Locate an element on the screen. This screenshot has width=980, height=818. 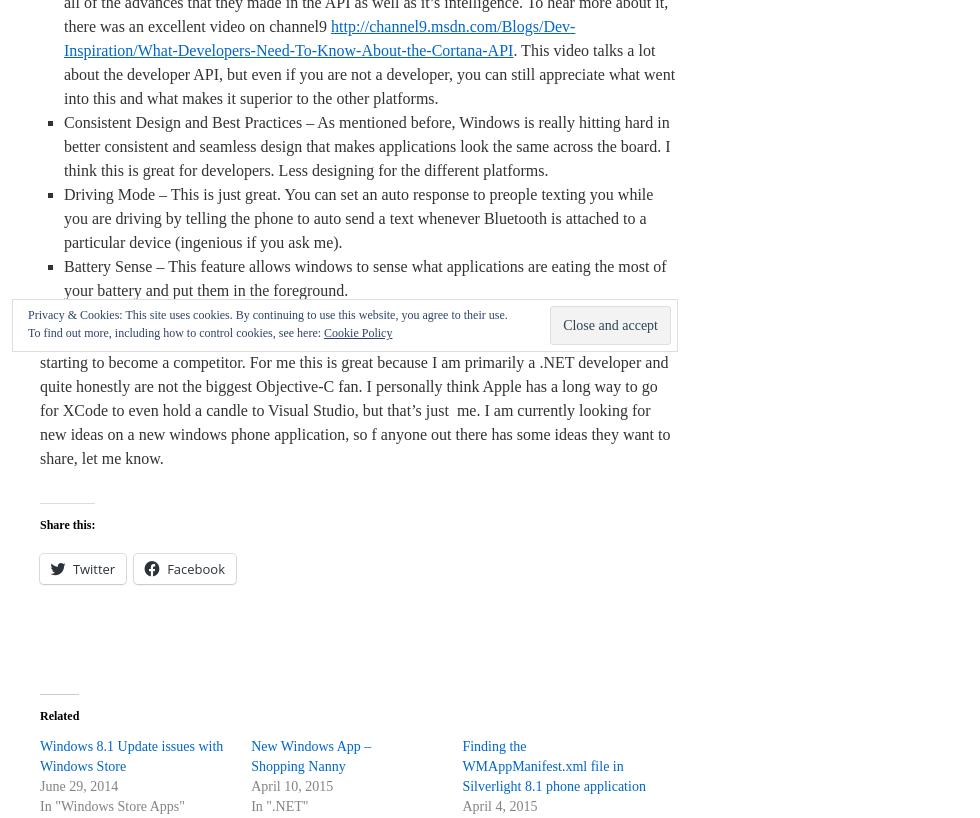
'Driving Mode – This is just great. You can set an auto response to preople texting you while you are driving by telling the phone to auto send a text whenever Bluetooth is attached to a particular device (ingenious if you ask me).' is located at coordinates (358, 218).